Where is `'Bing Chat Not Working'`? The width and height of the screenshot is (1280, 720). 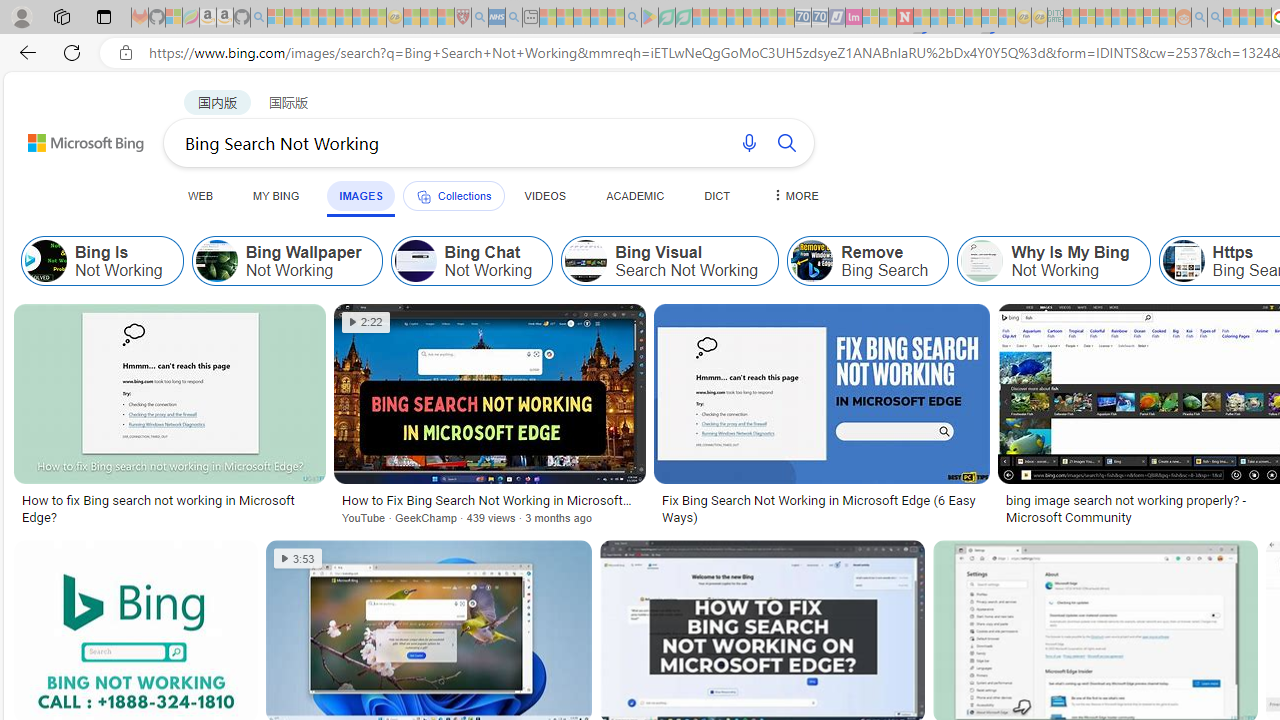 'Bing Chat Not Working' is located at coordinates (470, 260).